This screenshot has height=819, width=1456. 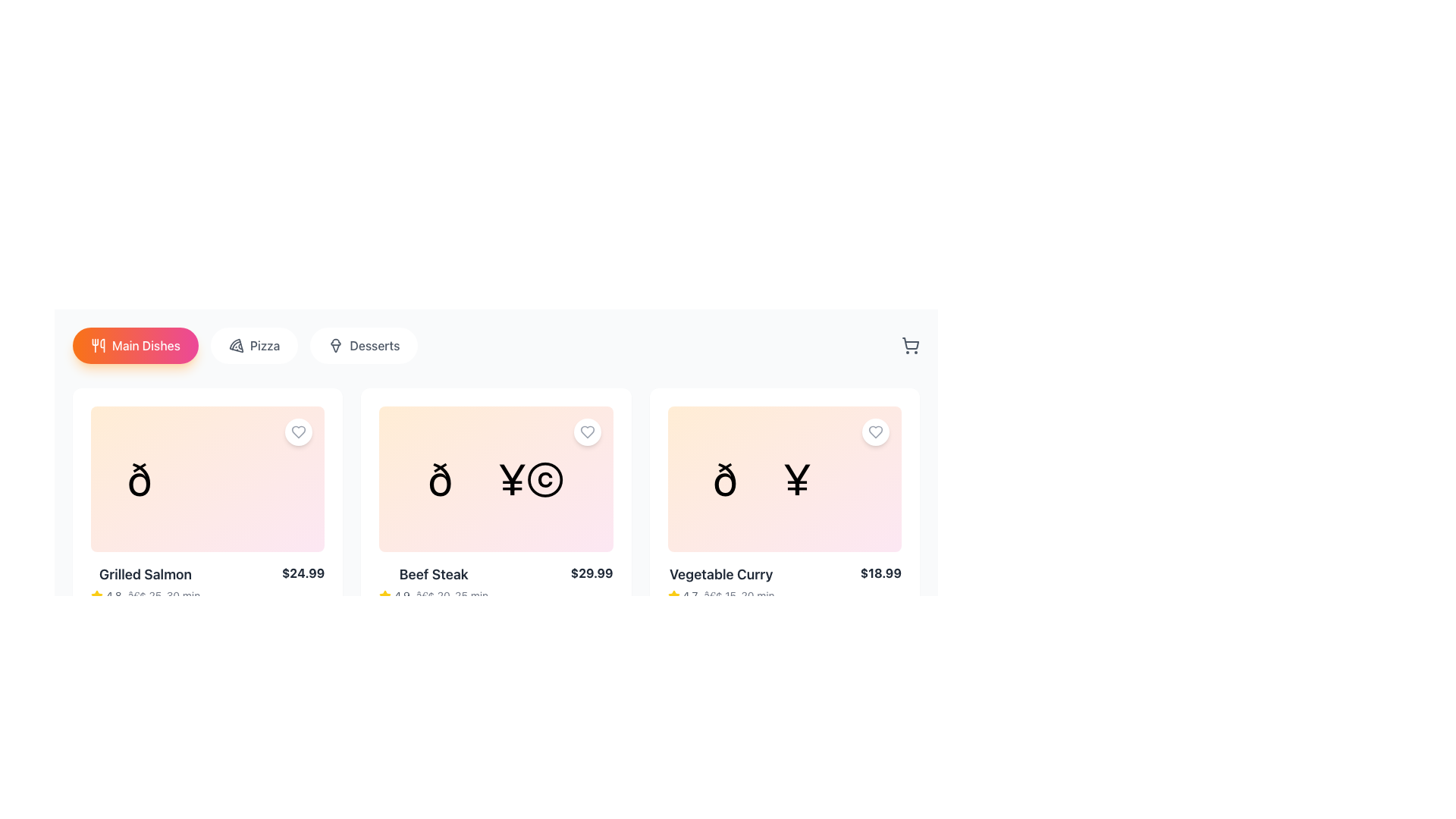 What do you see at coordinates (720, 583) in the screenshot?
I see `the text label displaying 'Vegetable Curry' with a rating of '4.7' and an estimated time of '15-20 min', which is located in the third card of food items` at bounding box center [720, 583].